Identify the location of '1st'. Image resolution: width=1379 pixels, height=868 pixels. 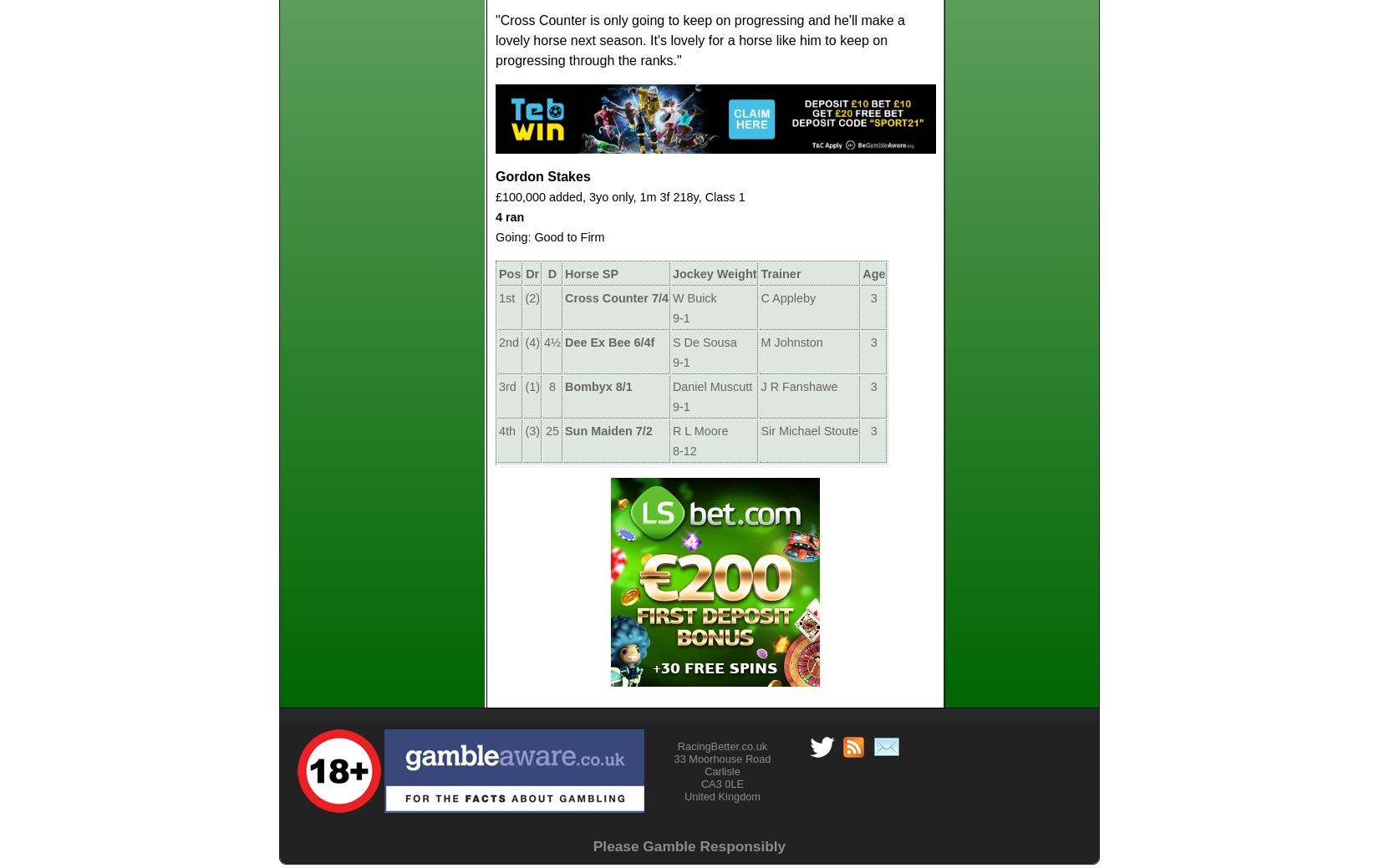
(506, 296).